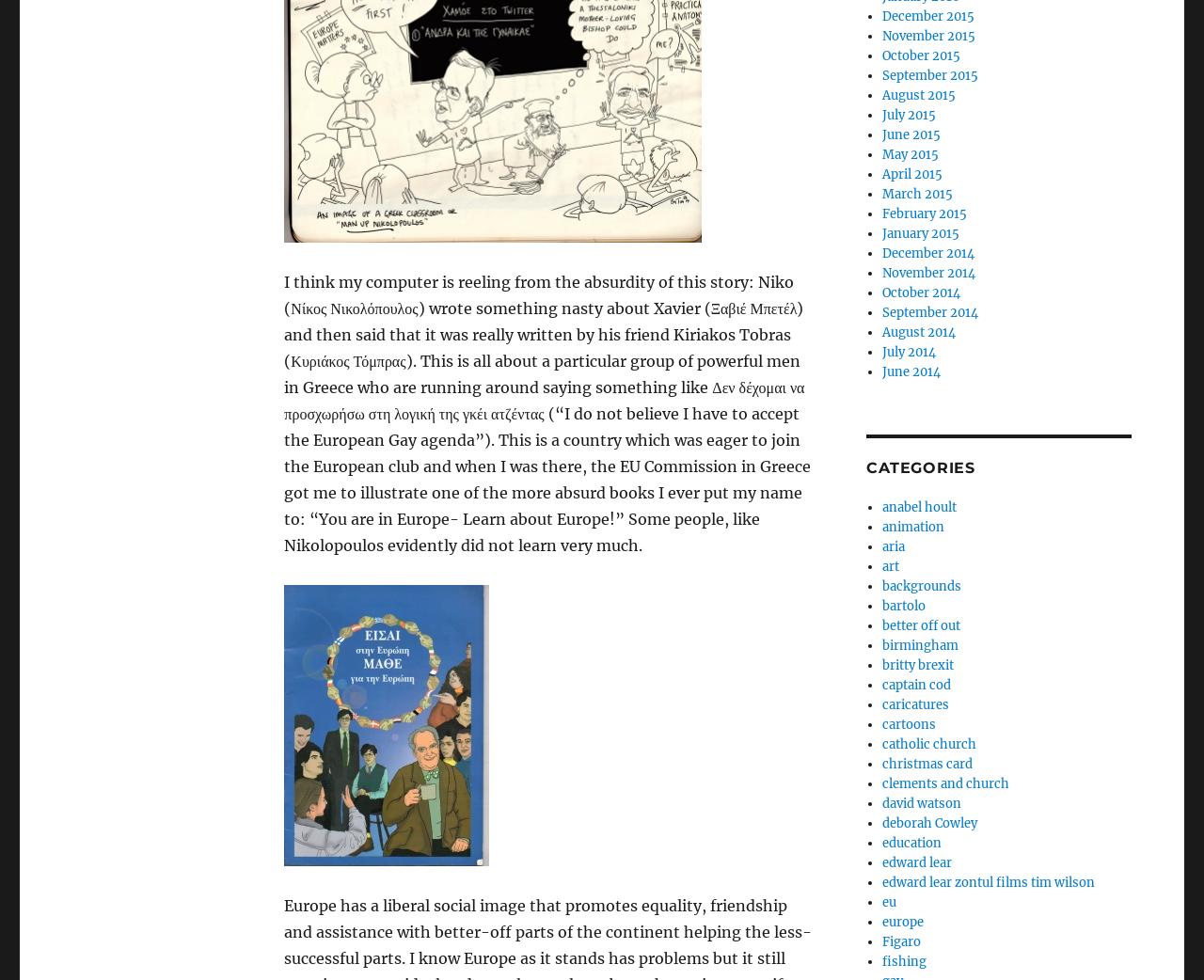  What do you see at coordinates (920, 55) in the screenshot?
I see `'October 2015'` at bounding box center [920, 55].